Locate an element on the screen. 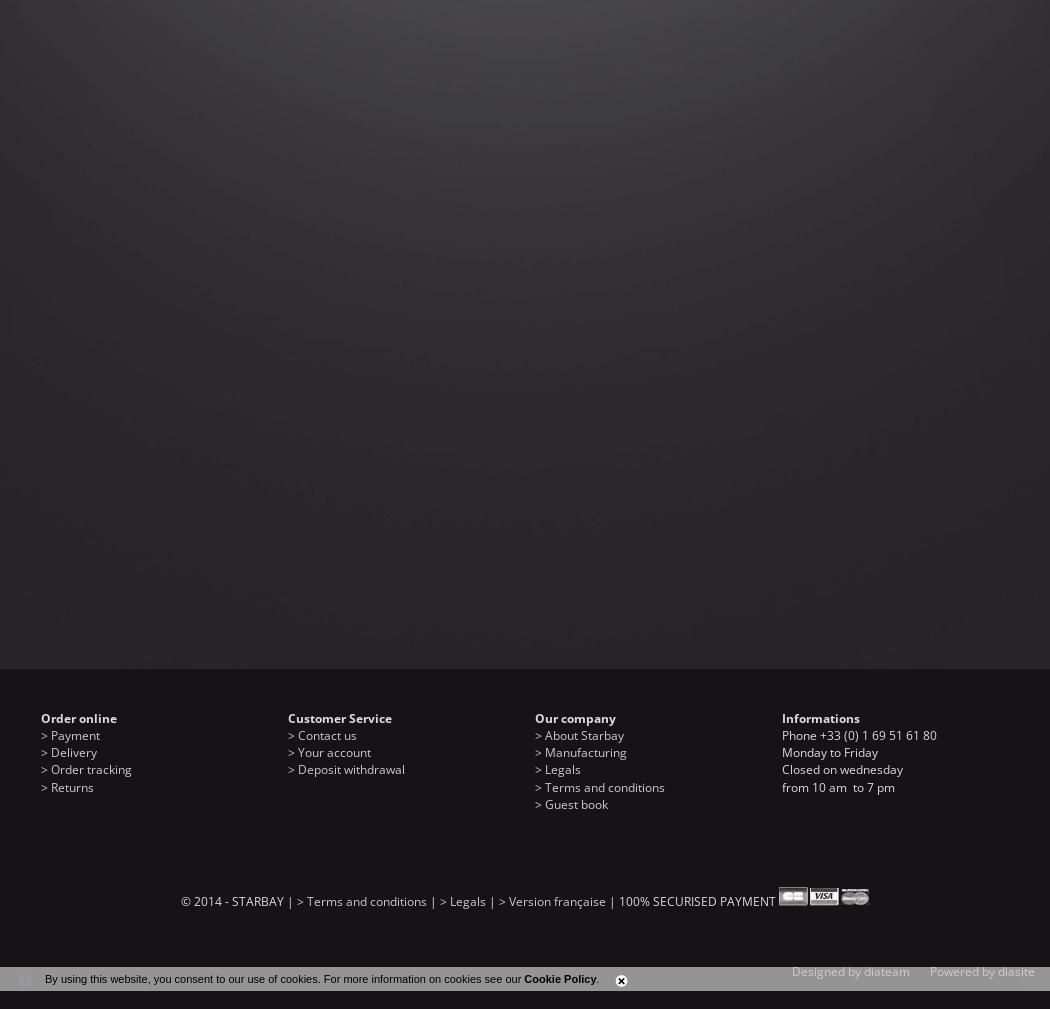  'from 10 am  to 7 pm' is located at coordinates (782, 786).